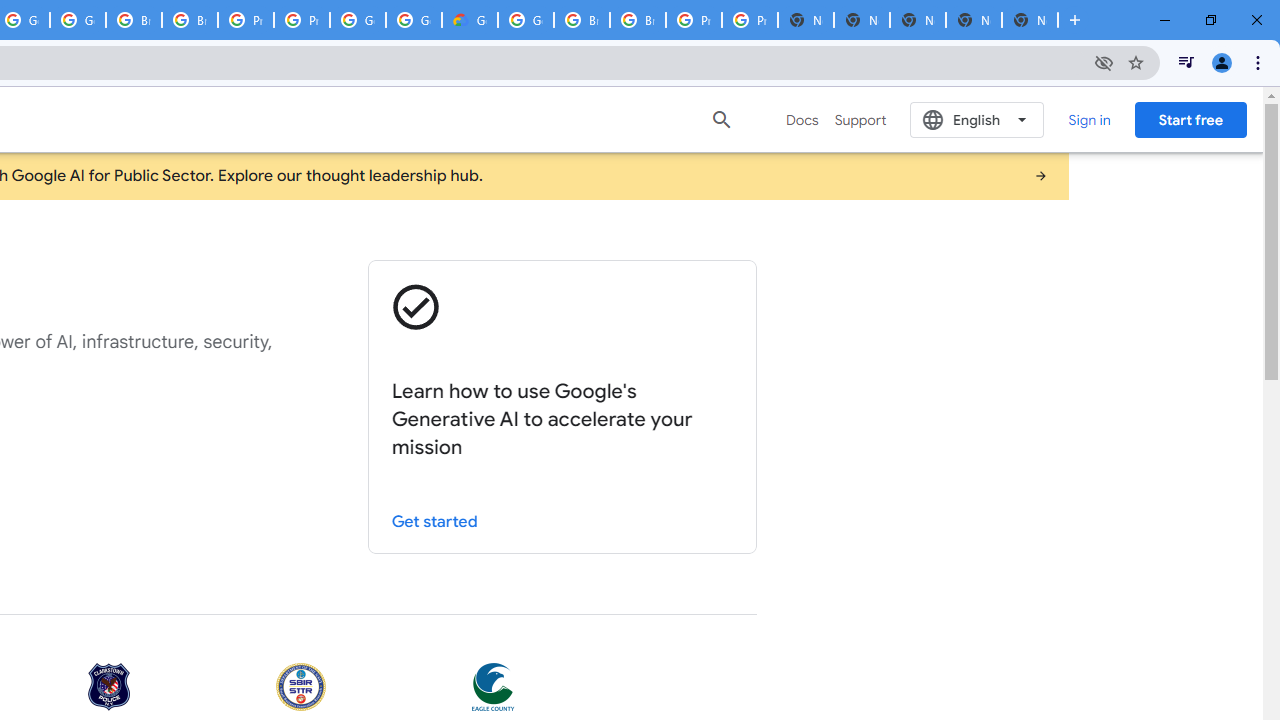 The image size is (1280, 720). What do you see at coordinates (468, 20) in the screenshot?
I see `'Google Cloud Estimate Summary'` at bounding box center [468, 20].